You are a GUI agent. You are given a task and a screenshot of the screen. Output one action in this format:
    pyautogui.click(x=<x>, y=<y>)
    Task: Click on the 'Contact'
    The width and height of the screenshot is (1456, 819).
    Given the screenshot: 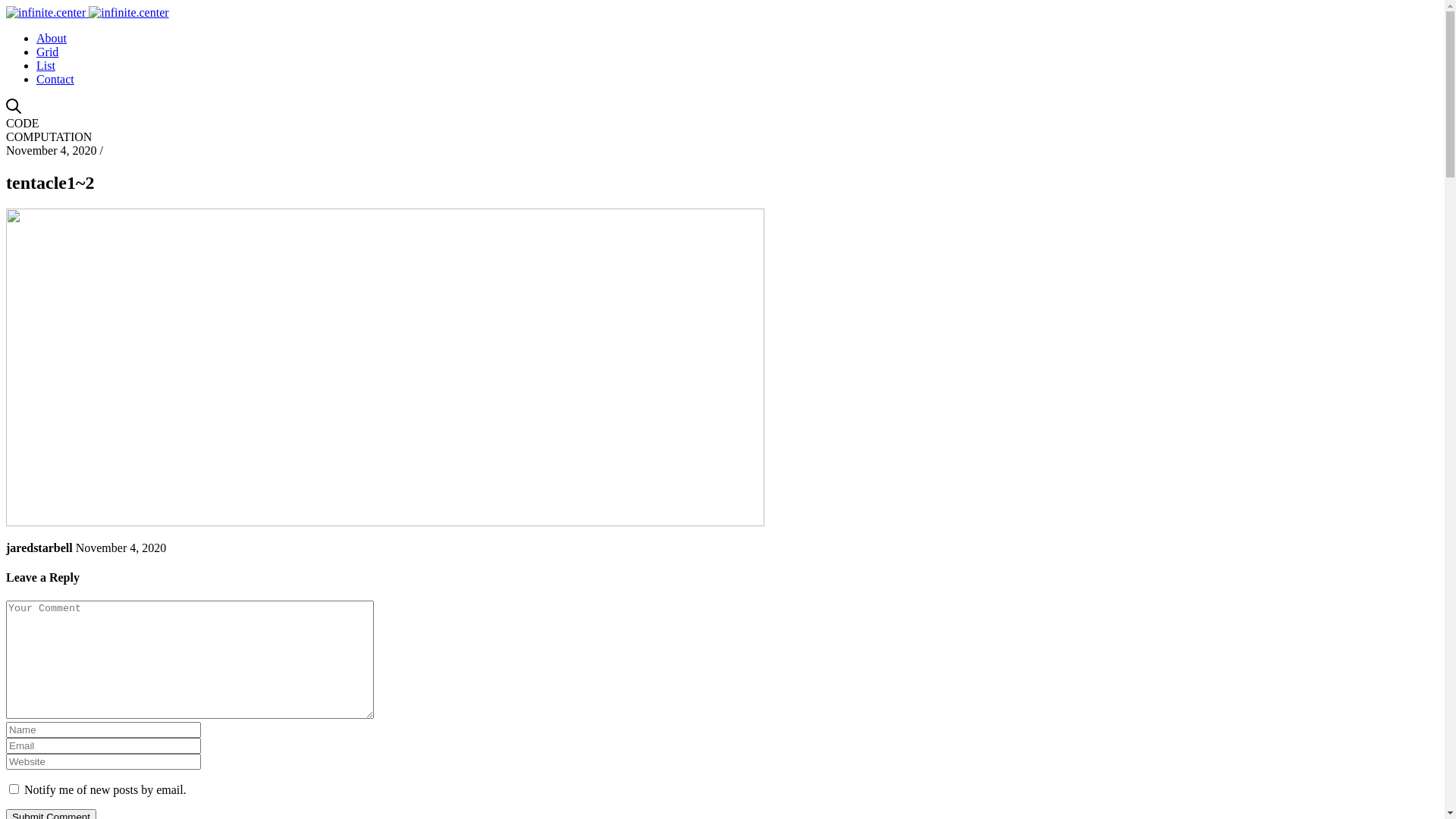 What is the action you would take?
    pyautogui.click(x=55, y=79)
    